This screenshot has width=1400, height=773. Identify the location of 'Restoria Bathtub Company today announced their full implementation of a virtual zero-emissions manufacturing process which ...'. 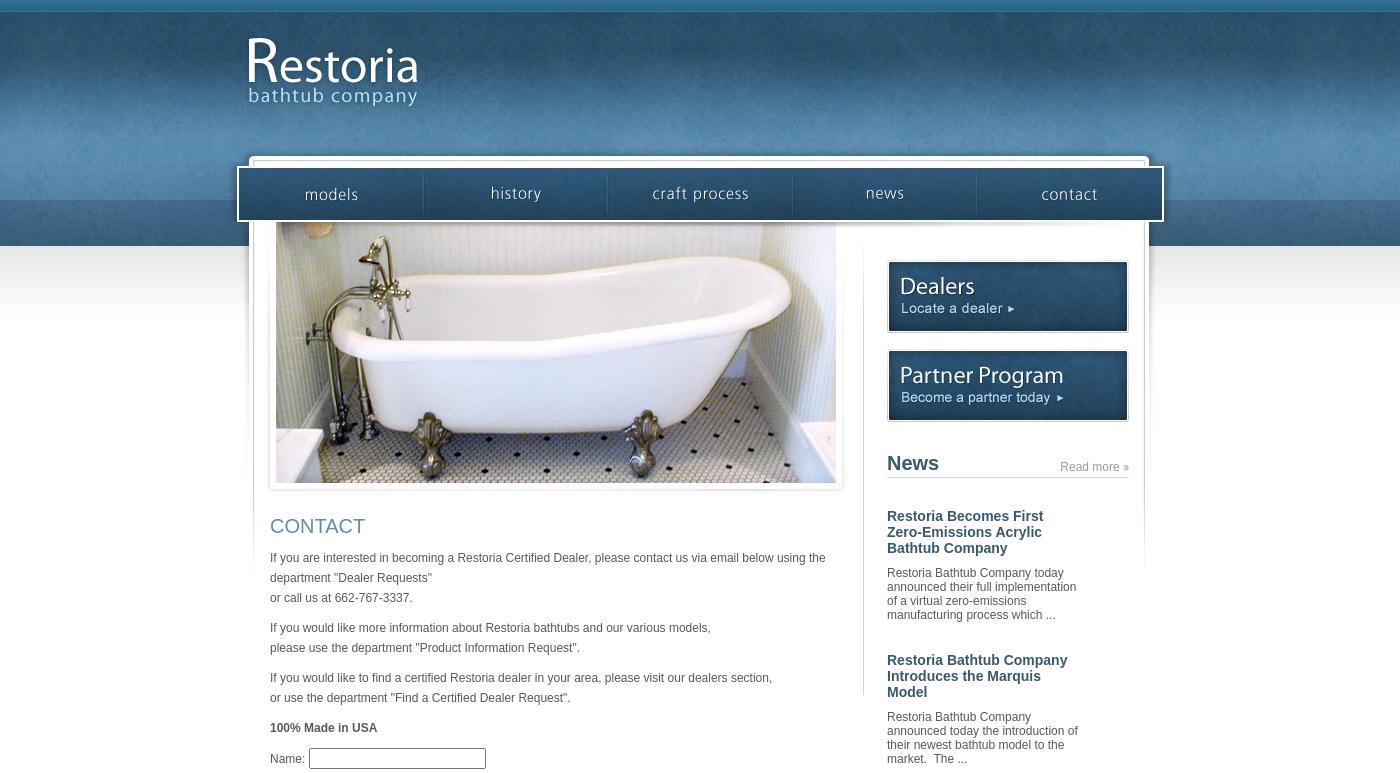
(887, 593).